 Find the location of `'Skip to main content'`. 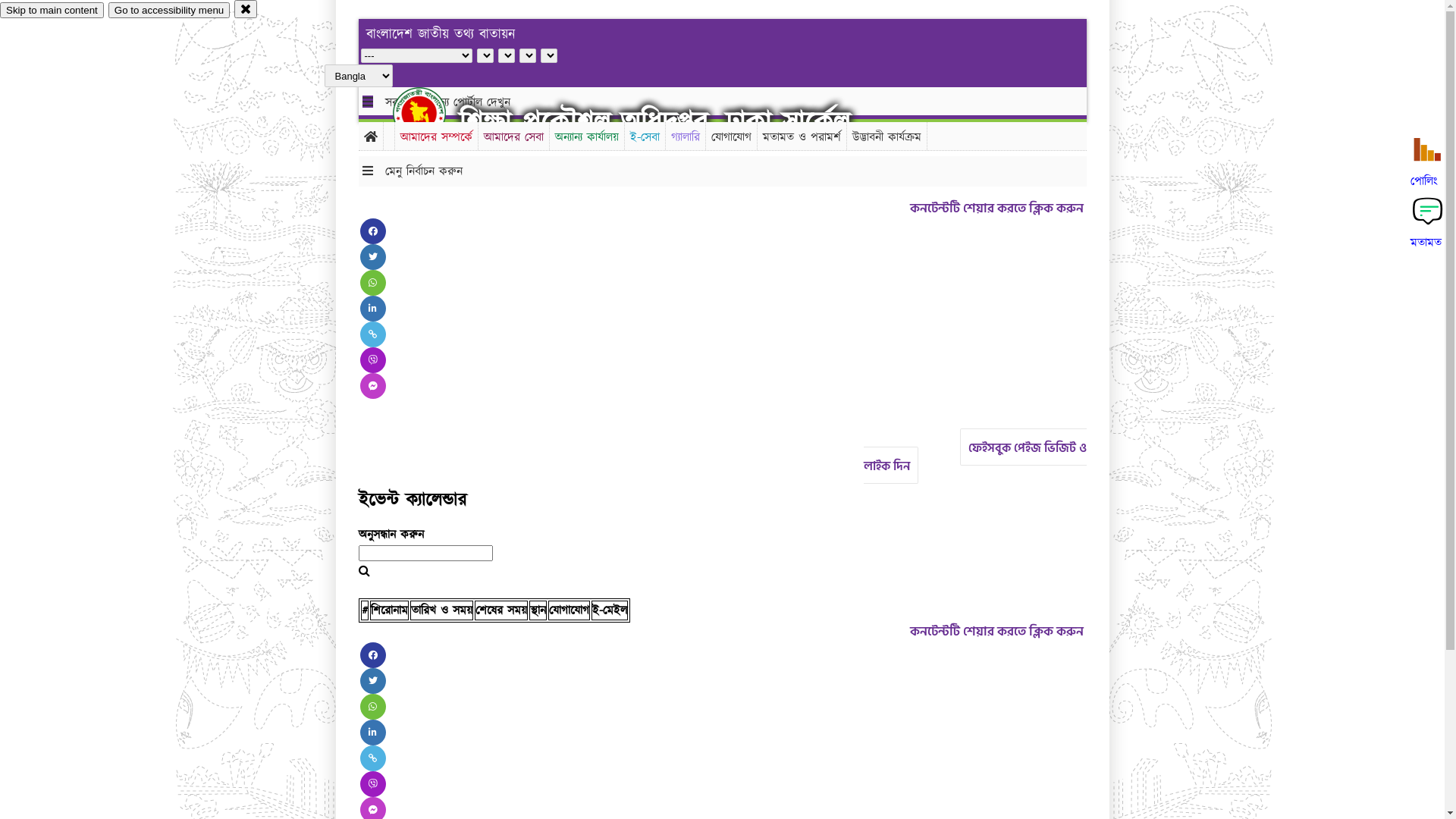

'Skip to main content' is located at coordinates (52, 10).